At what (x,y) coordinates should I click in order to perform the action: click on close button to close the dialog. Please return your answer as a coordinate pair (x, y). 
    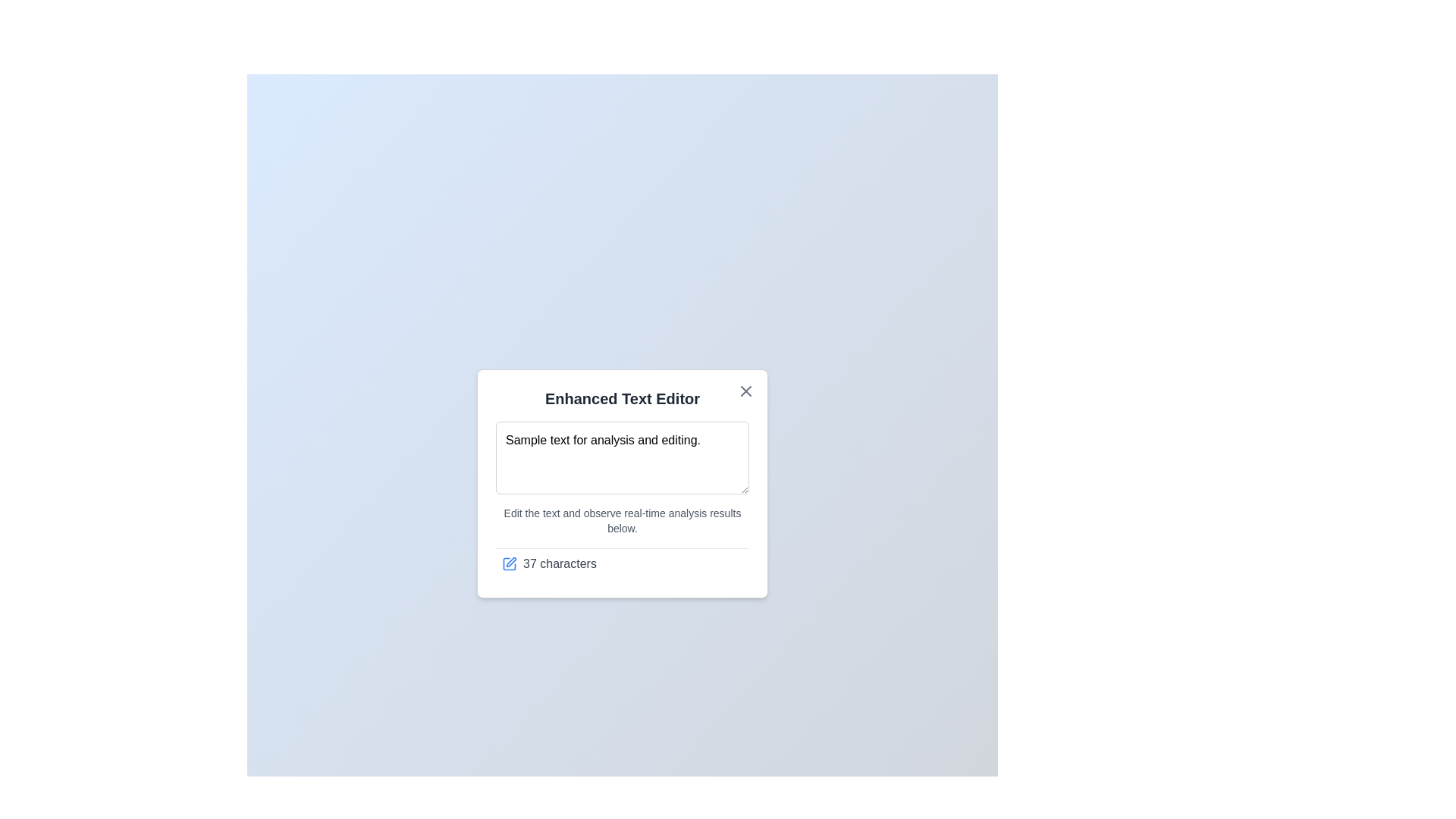
    Looking at the image, I should click on (745, 391).